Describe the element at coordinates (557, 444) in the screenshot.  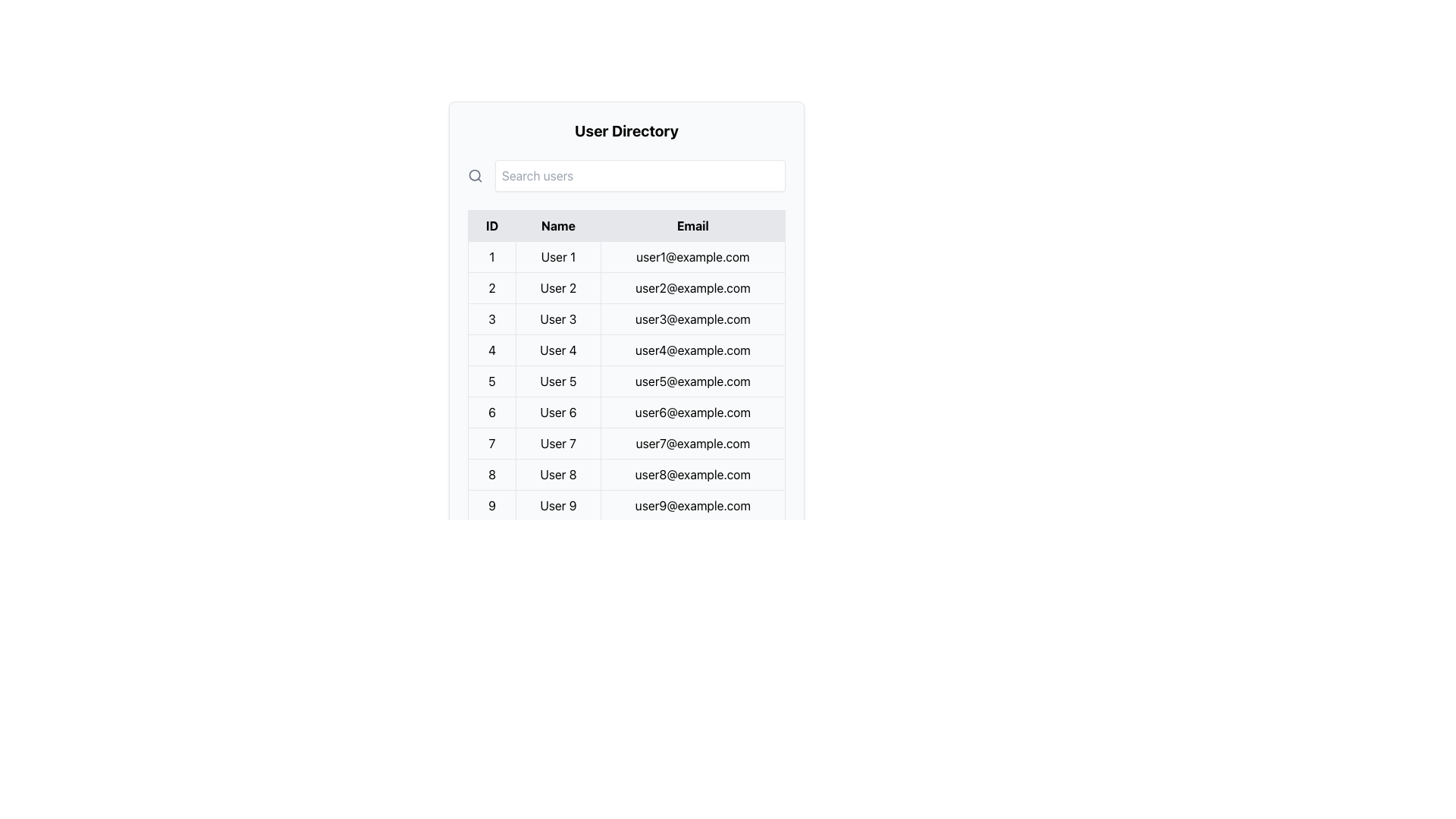
I see `the text label 'User 7' in black font contained within the light grey background table cell in the Name column of the seventh row` at that location.